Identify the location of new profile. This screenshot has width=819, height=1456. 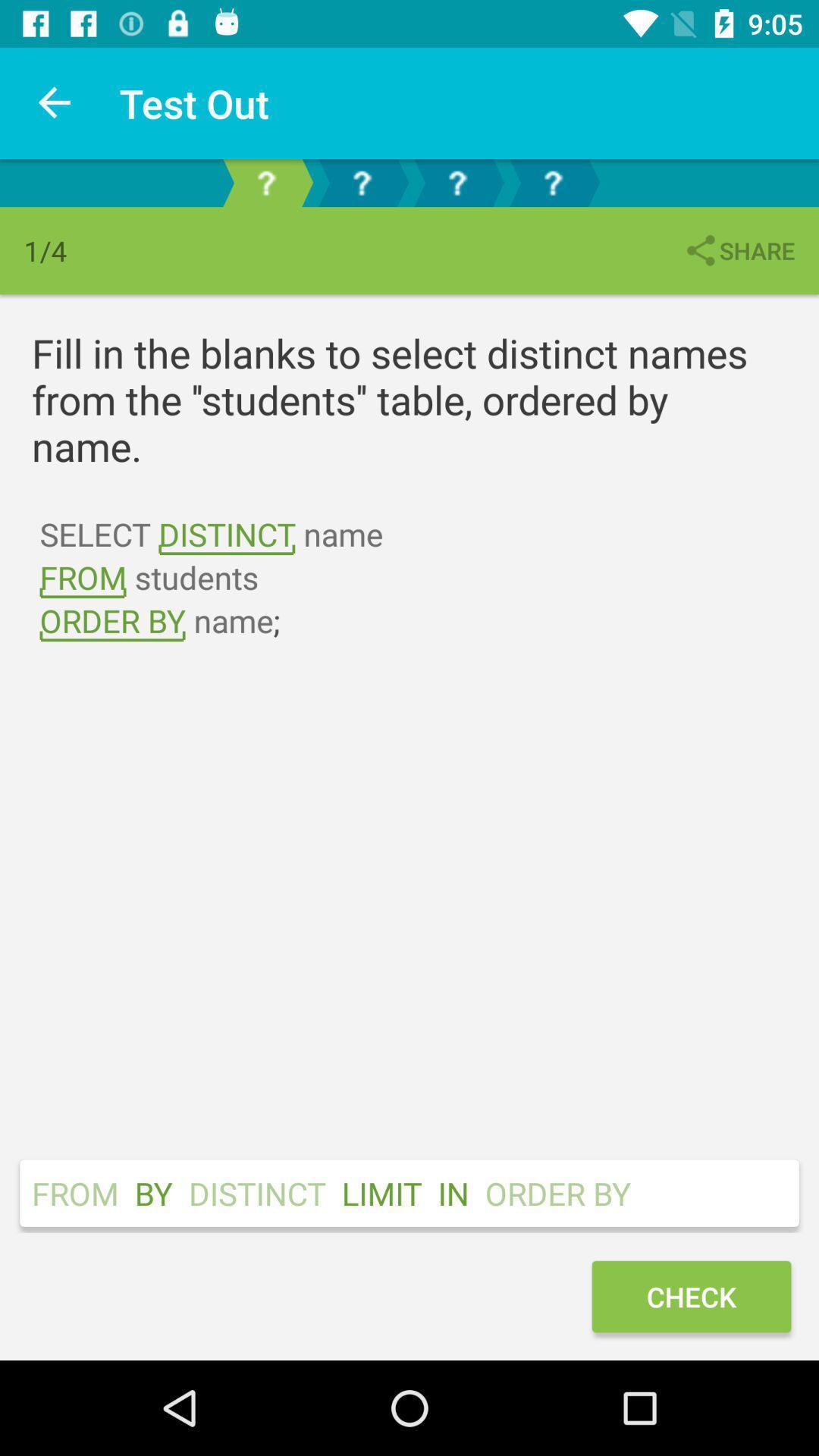
(265, 182).